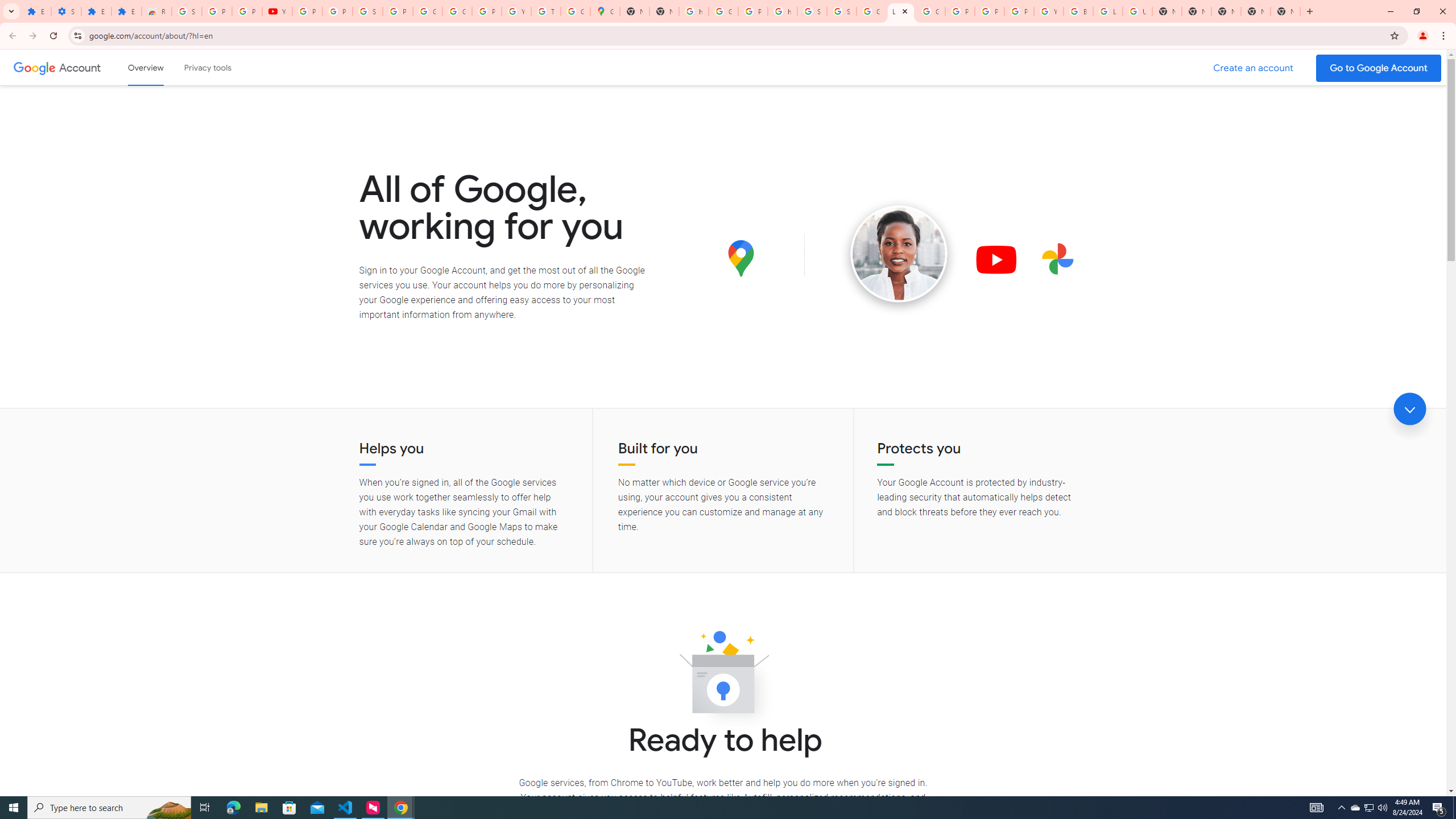 This screenshot has width=1456, height=819. What do you see at coordinates (156, 11) in the screenshot?
I see `'Reviews: Helix Fruit Jump Arcade Game'` at bounding box center [156, 11].